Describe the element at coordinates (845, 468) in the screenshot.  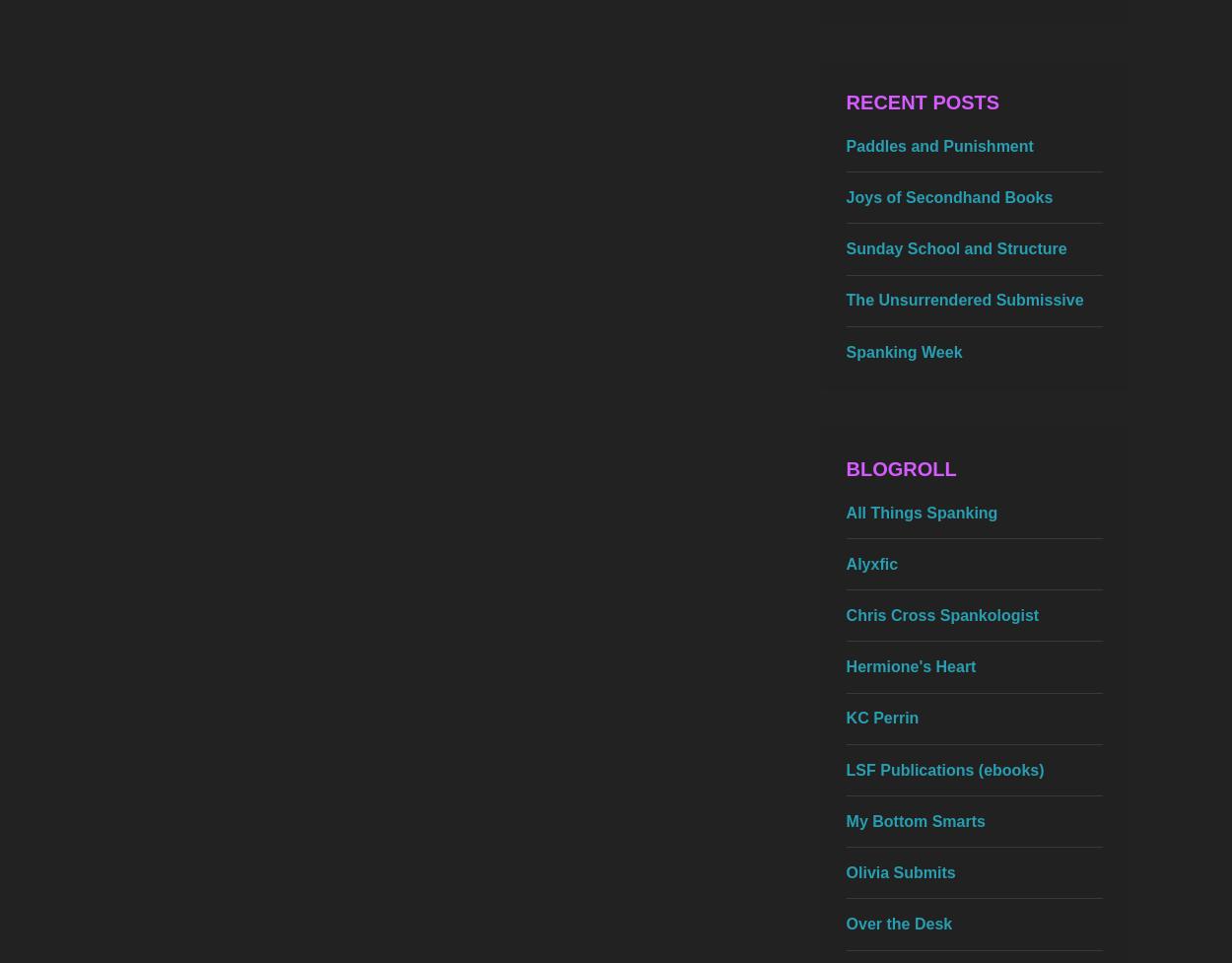
I see `'Blogroll'` at that location.